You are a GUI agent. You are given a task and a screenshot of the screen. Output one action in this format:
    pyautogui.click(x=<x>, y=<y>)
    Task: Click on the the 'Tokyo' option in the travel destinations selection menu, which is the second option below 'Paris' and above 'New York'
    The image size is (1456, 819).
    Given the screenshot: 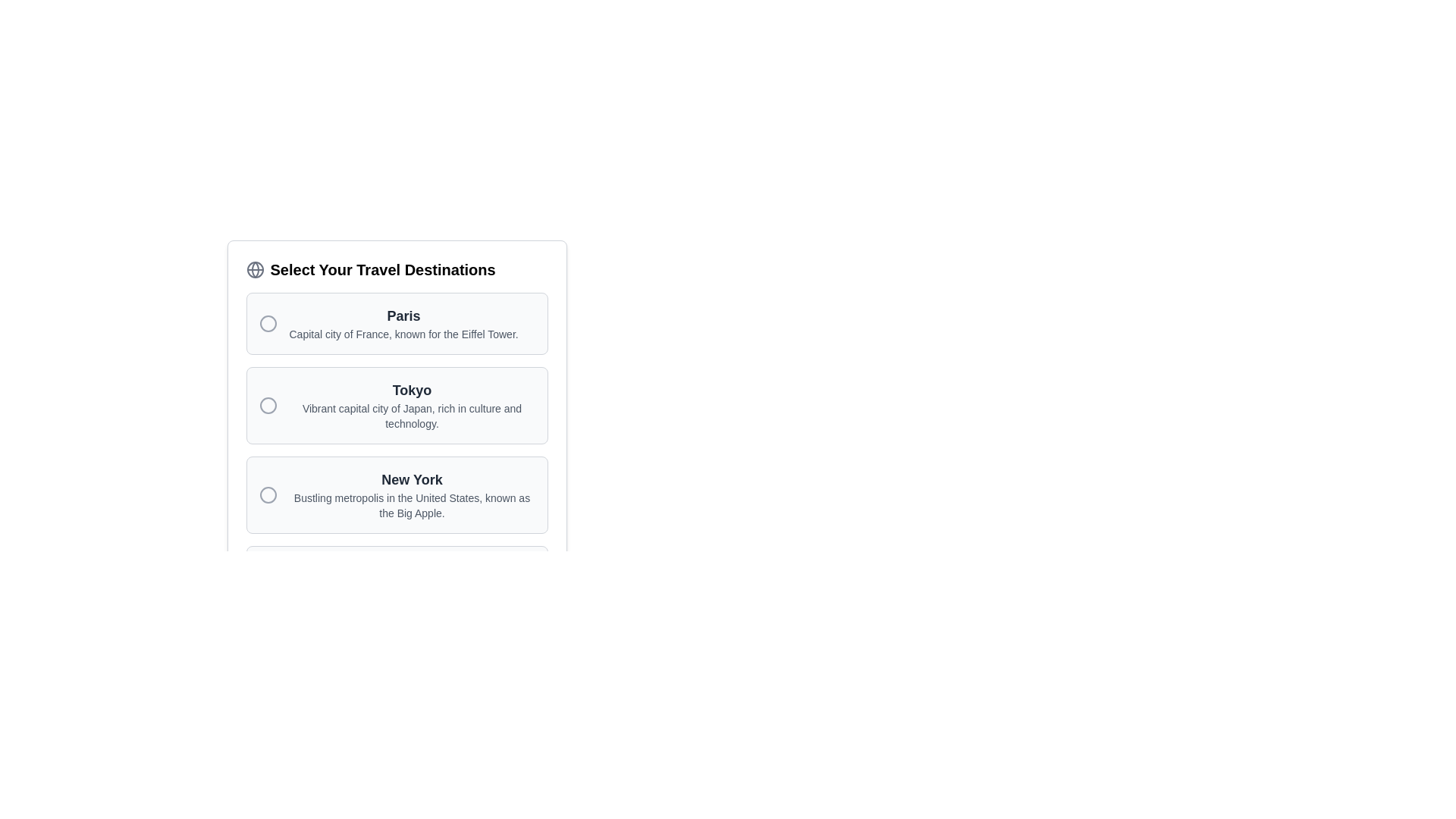 What is the action you would take?
    pyautogui.click(x=397, y=385)
    